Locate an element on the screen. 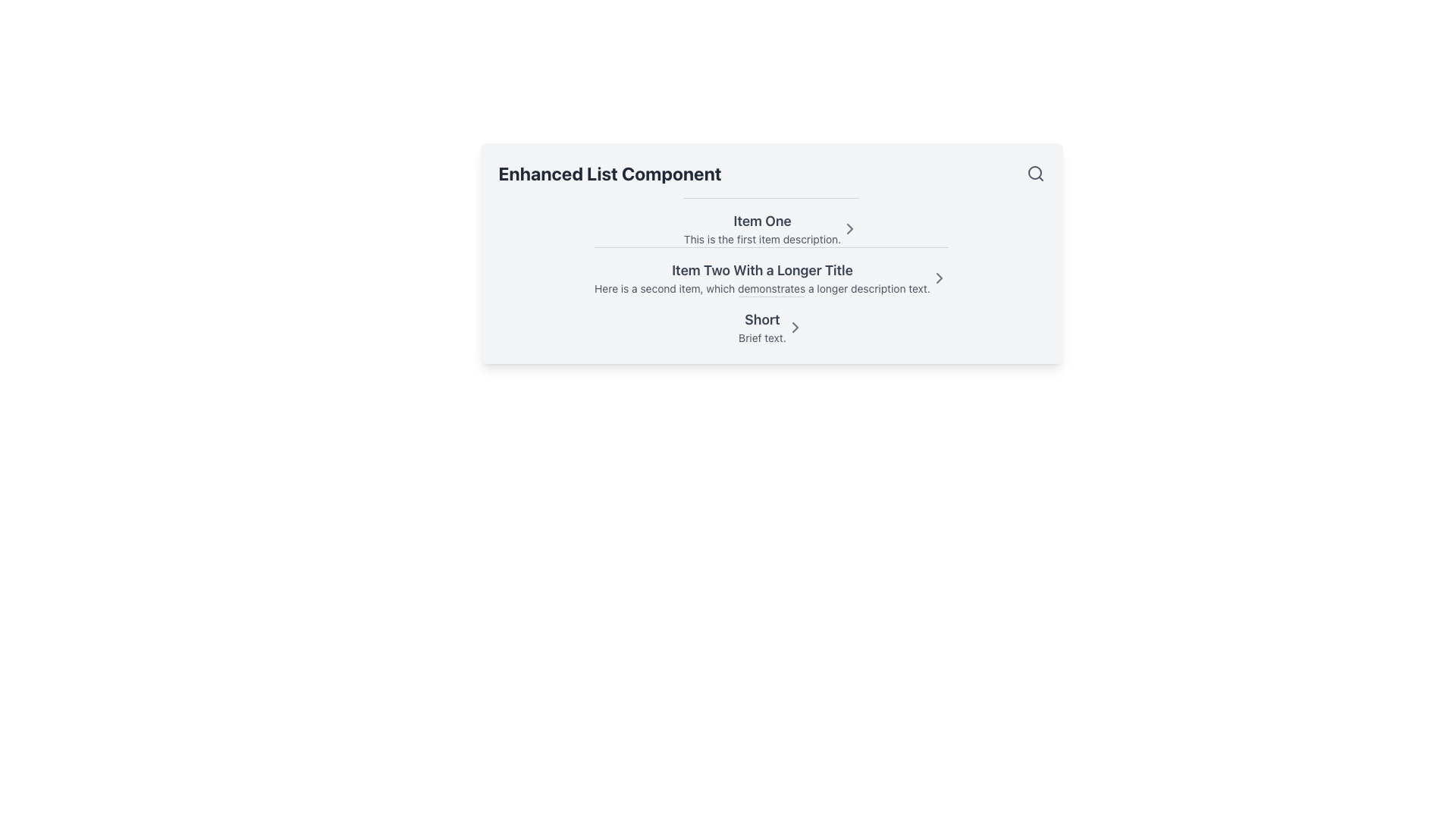 The height and width of the screenshot is (819, 1456). the right-pointing chevron icon located next to the clickable title 'Item Two With a Longer Title', which is the right-most element of the second item in the list is located at coordinates (938, 278).